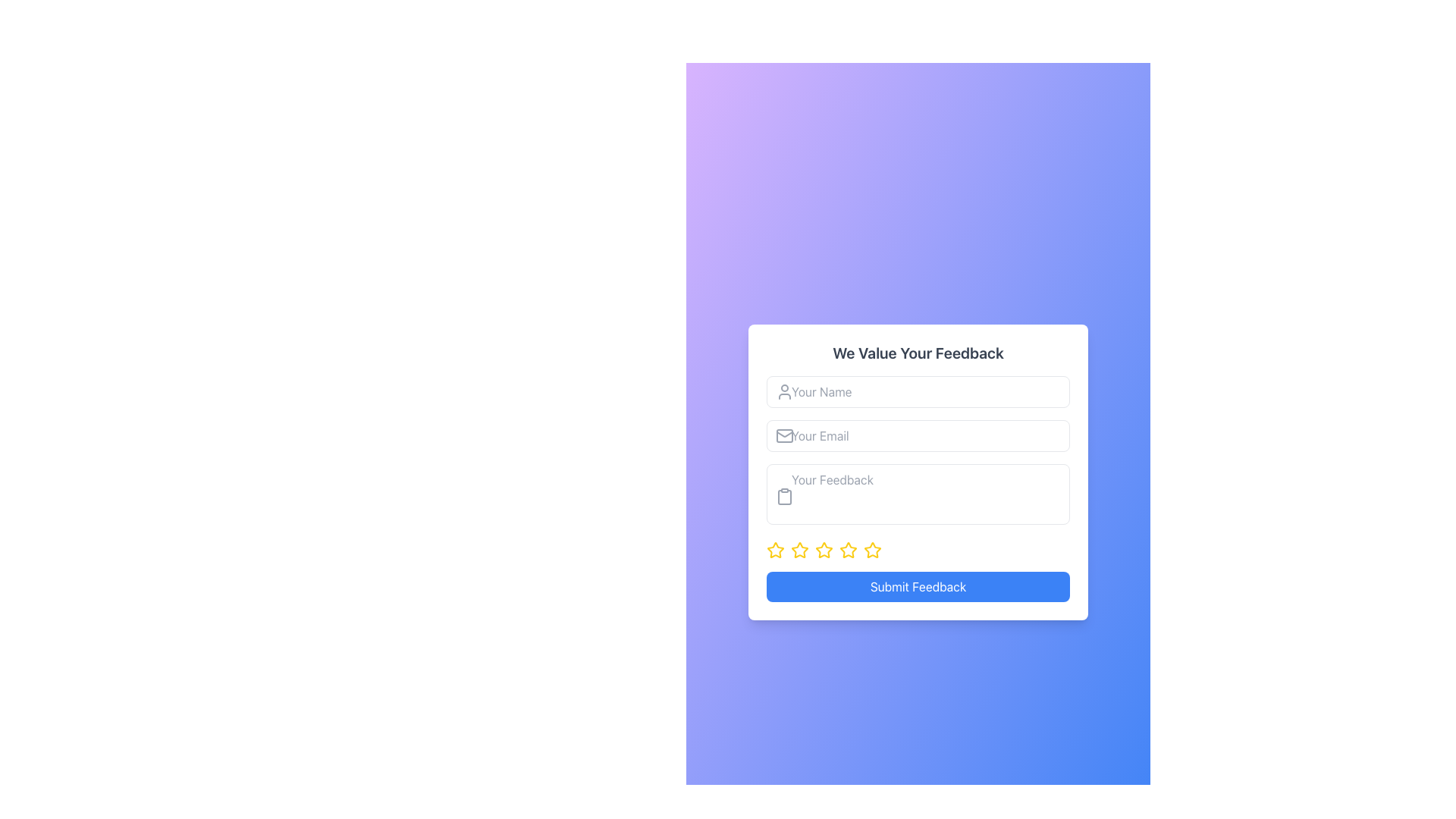  I want to click on the third star in the sequence of five rating stars, so click(823, 550).